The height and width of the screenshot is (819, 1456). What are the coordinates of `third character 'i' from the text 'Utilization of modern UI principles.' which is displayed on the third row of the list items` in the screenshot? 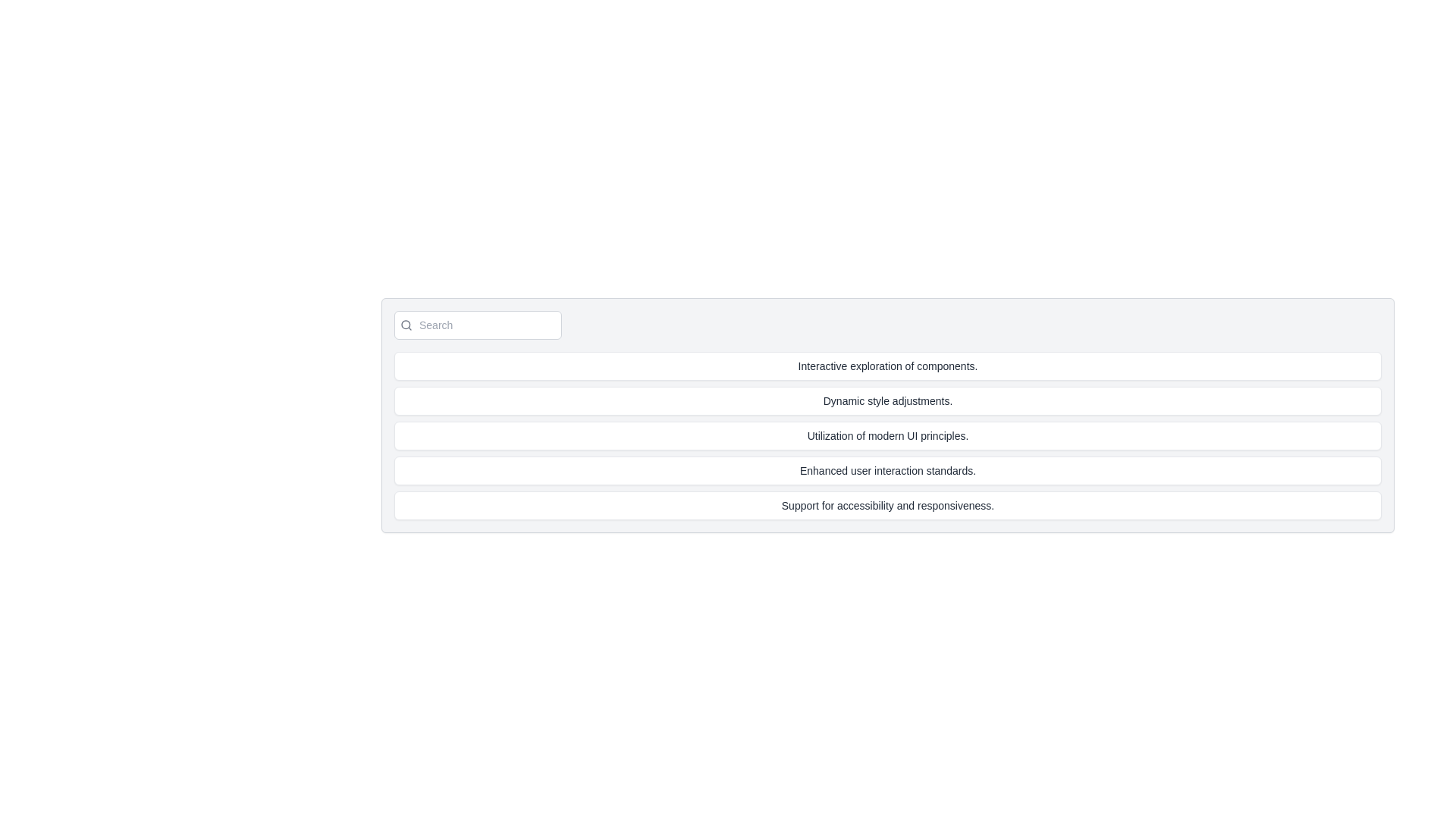 It's located at (815, 435).